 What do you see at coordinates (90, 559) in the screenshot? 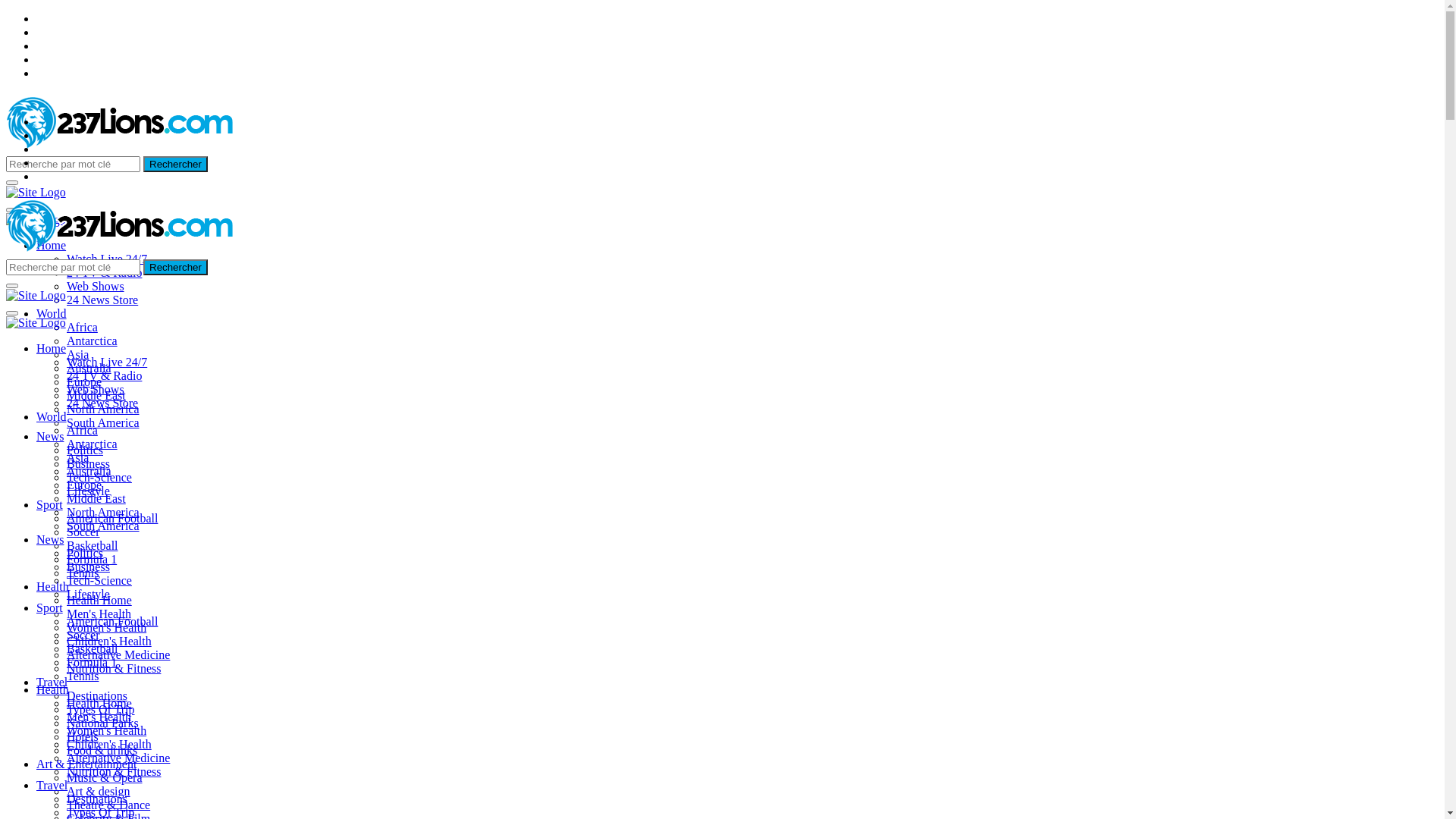
I see `'Formula 1'` at bounding box center [90, 559].